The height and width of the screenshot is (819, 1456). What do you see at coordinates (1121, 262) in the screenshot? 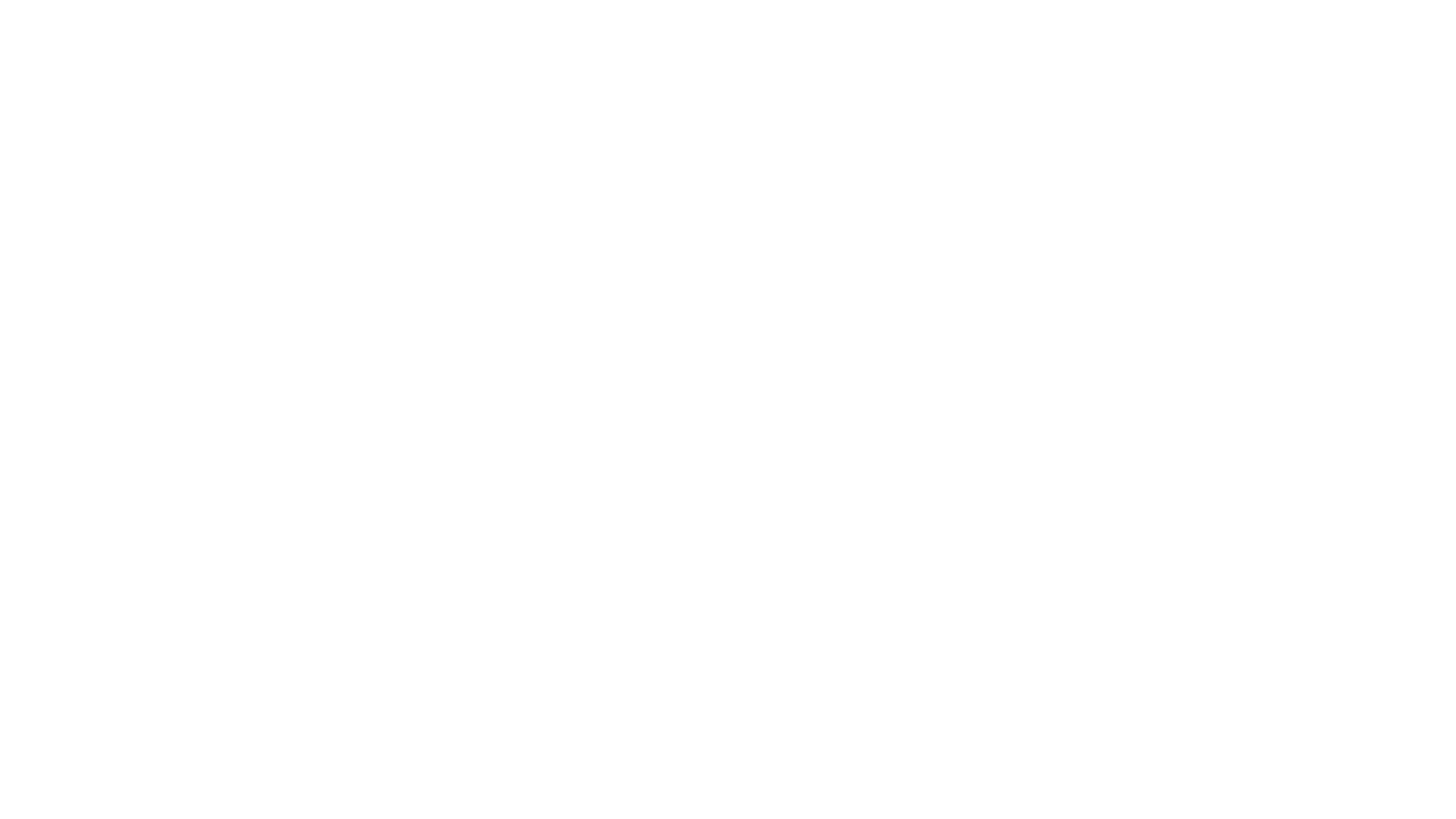
I see `Next` at bounding box center [1121, 262].